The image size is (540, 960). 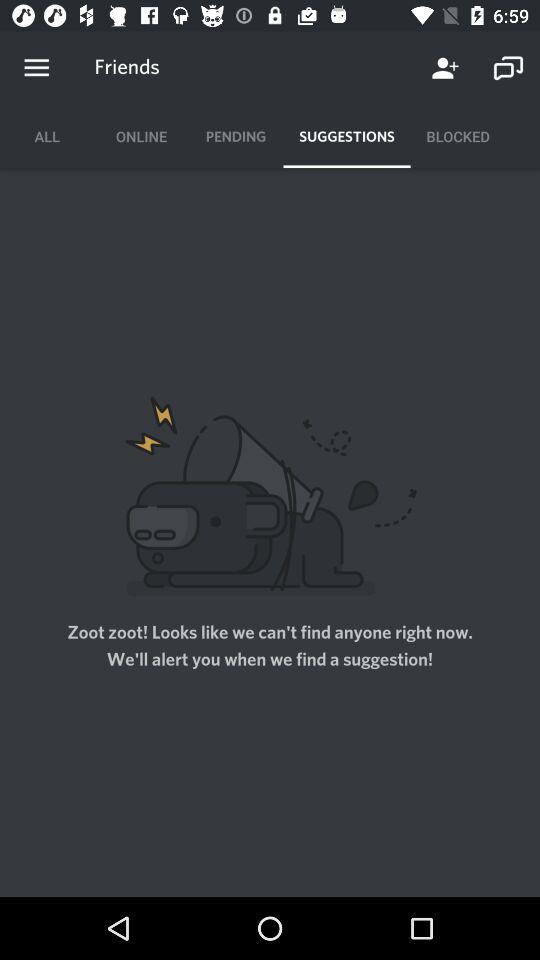 What do you see at coordinates (36, 68) in the screenshot?
I see `options menu` at bounding box center [36, 68].